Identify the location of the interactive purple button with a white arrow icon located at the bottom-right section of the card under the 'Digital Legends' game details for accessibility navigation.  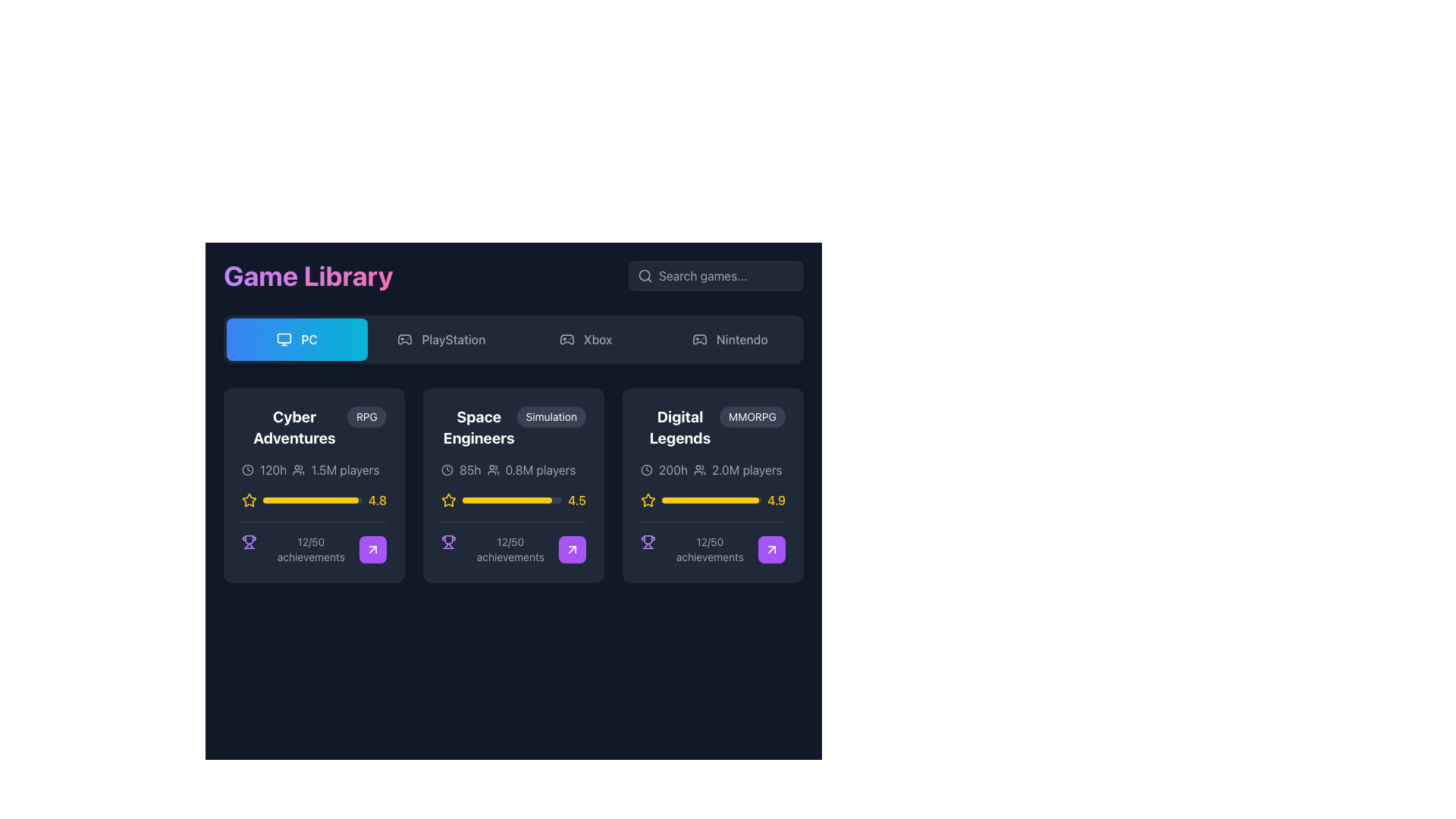
(771, 550).